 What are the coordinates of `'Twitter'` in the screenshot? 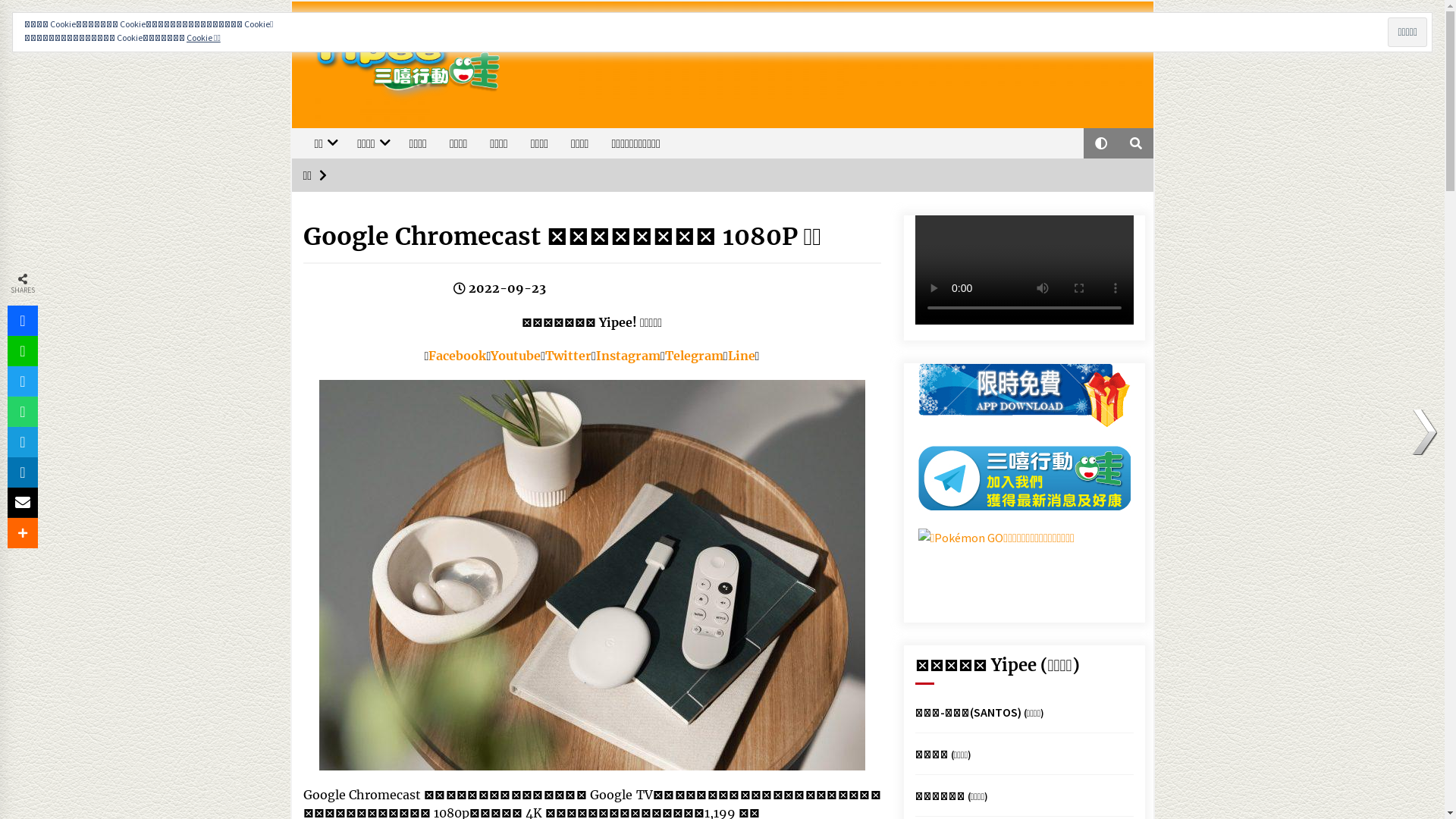 It's located at (567, 356).